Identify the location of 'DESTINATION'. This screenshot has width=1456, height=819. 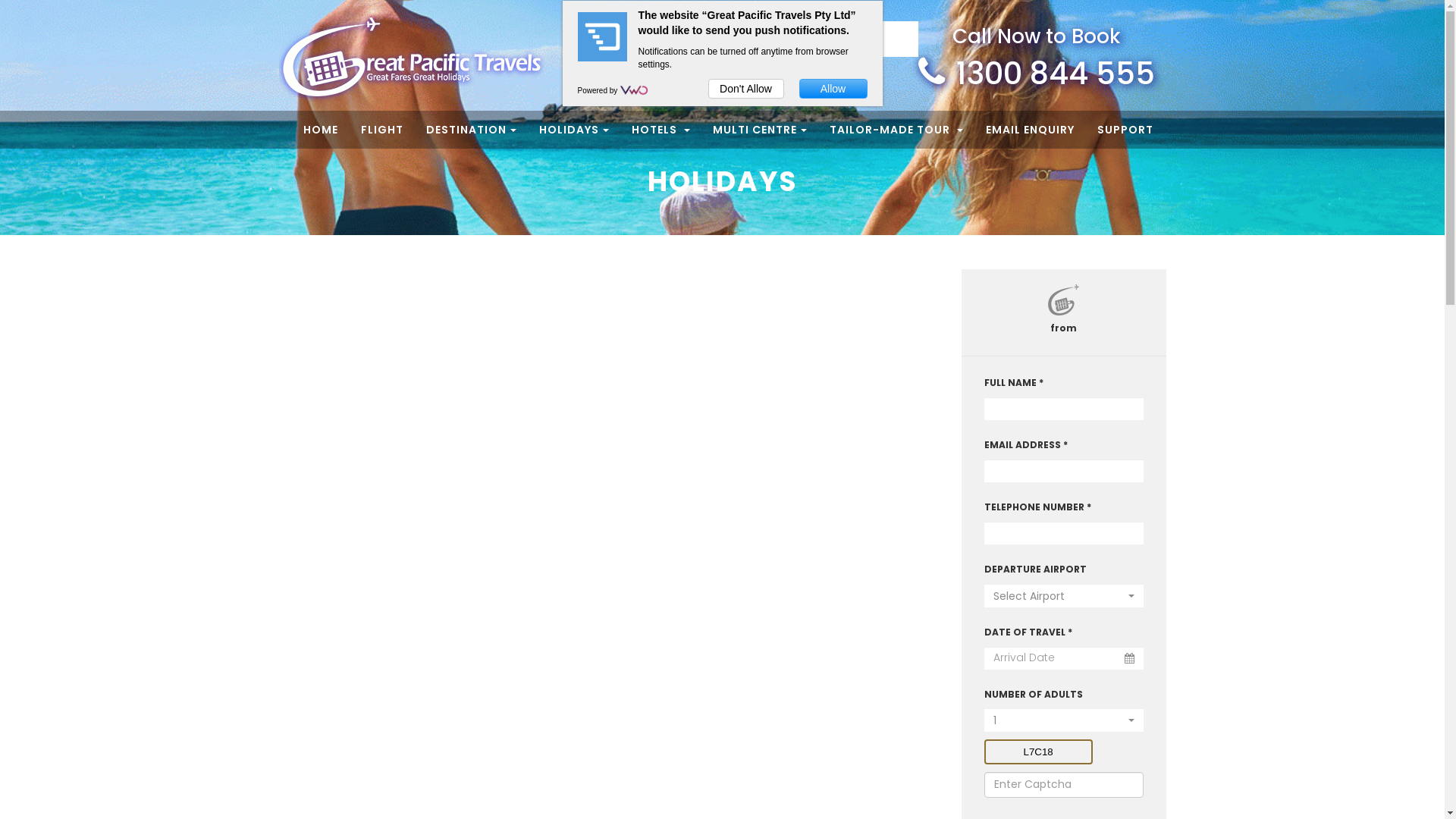
(425, 128).